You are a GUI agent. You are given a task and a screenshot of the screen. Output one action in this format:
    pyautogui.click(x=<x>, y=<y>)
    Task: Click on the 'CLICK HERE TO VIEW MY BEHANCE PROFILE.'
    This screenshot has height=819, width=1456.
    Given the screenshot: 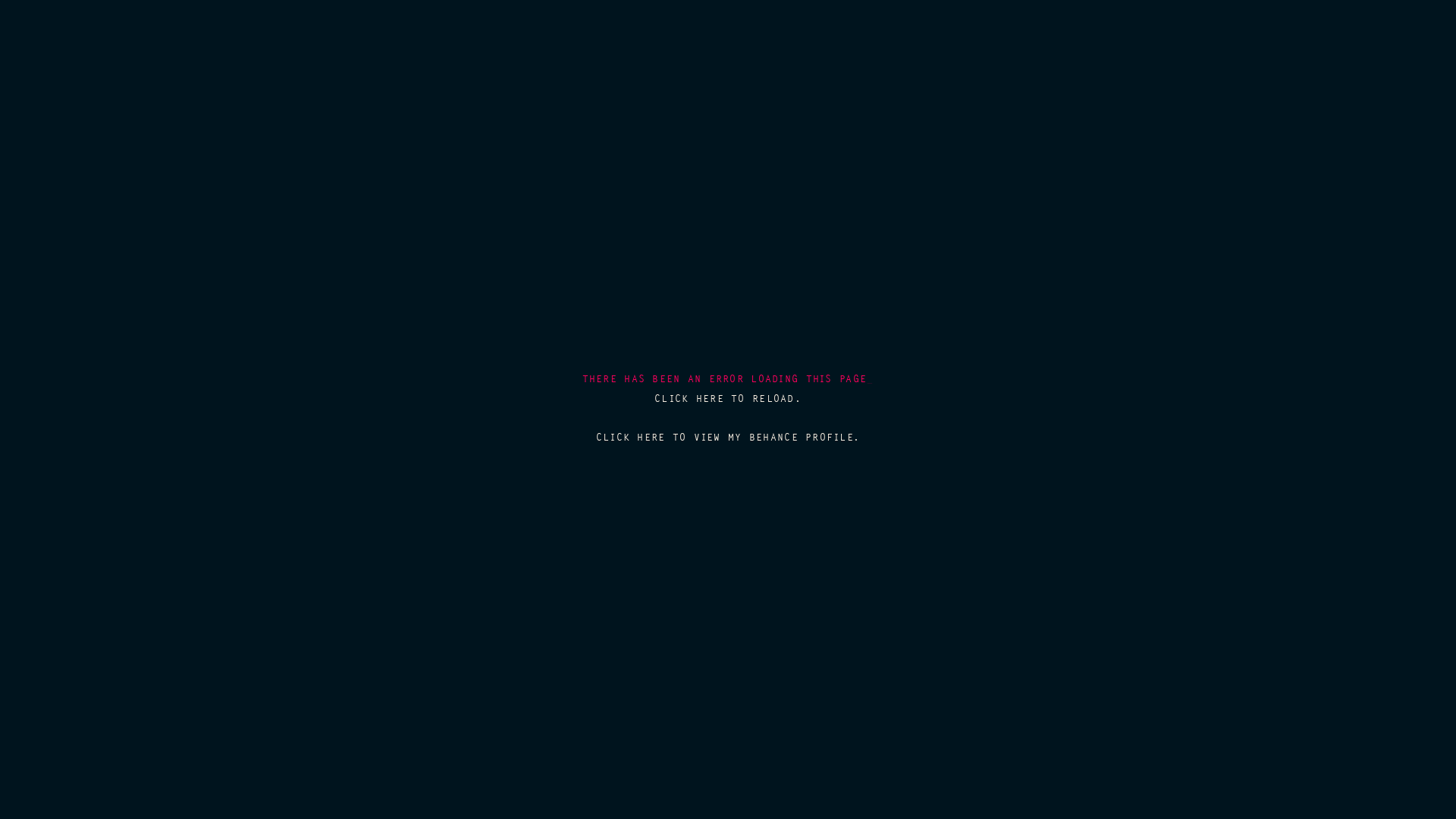 What is the action you would take?
    pyautogui.click(x=595, y=437)
    